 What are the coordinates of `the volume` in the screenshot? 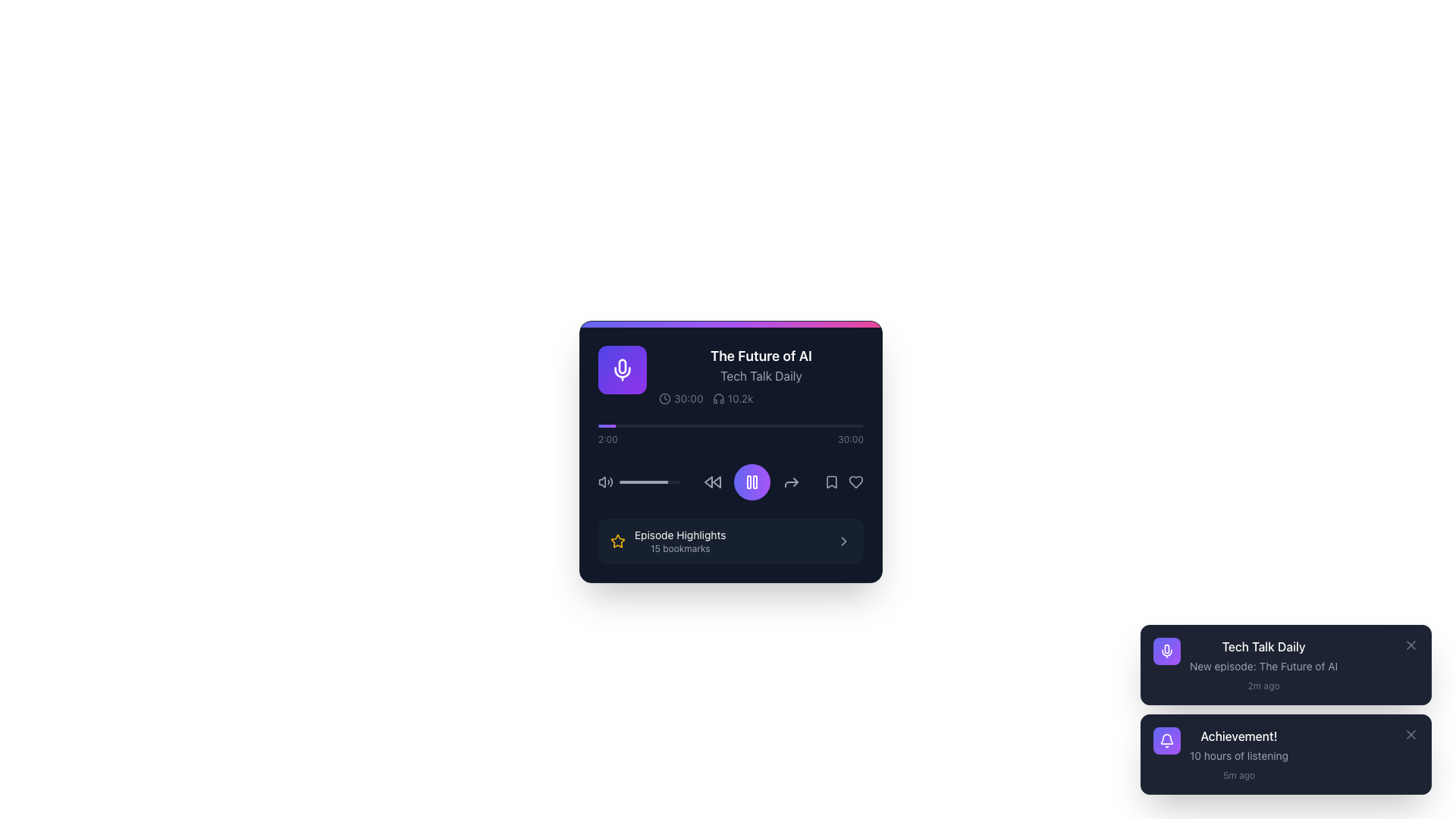 It's located at (638, 482).